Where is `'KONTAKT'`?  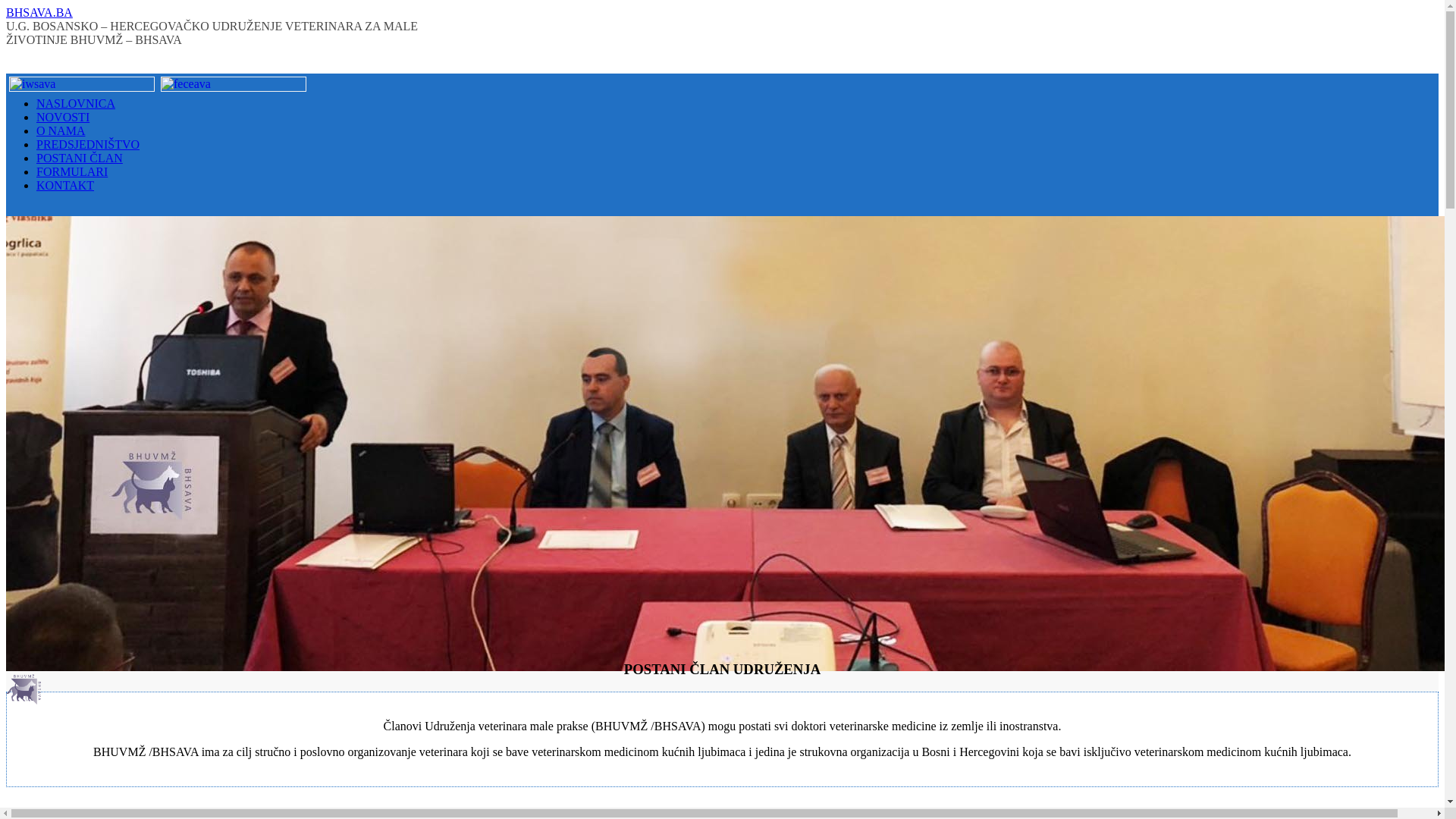
'KONTAKT' is located at coordinates (64, 184).